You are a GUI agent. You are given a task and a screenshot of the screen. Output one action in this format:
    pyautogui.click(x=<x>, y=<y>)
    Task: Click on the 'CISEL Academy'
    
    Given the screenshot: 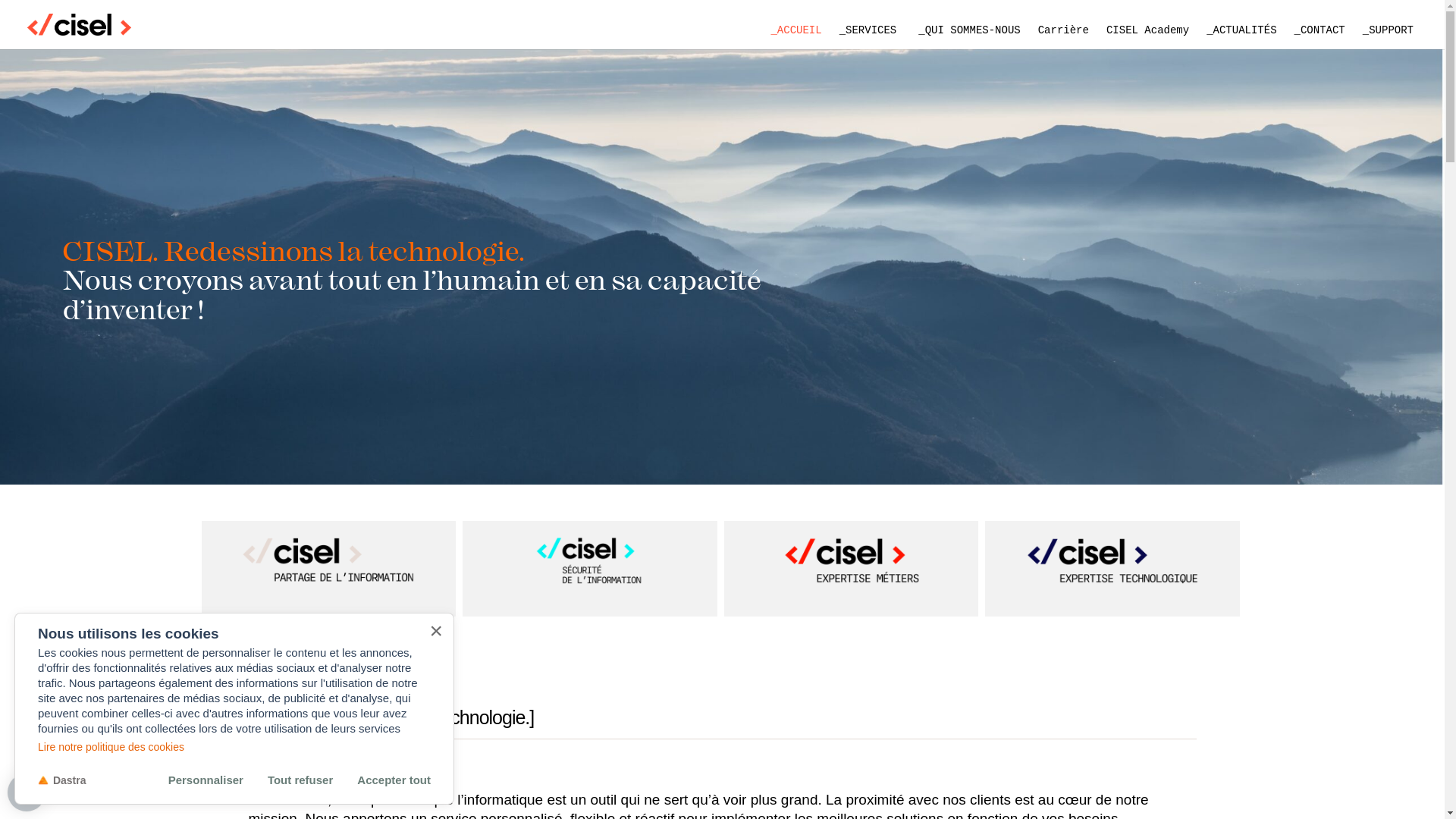 What is the action you would take?
    pyautogui.click(x=1147, y=30)
    